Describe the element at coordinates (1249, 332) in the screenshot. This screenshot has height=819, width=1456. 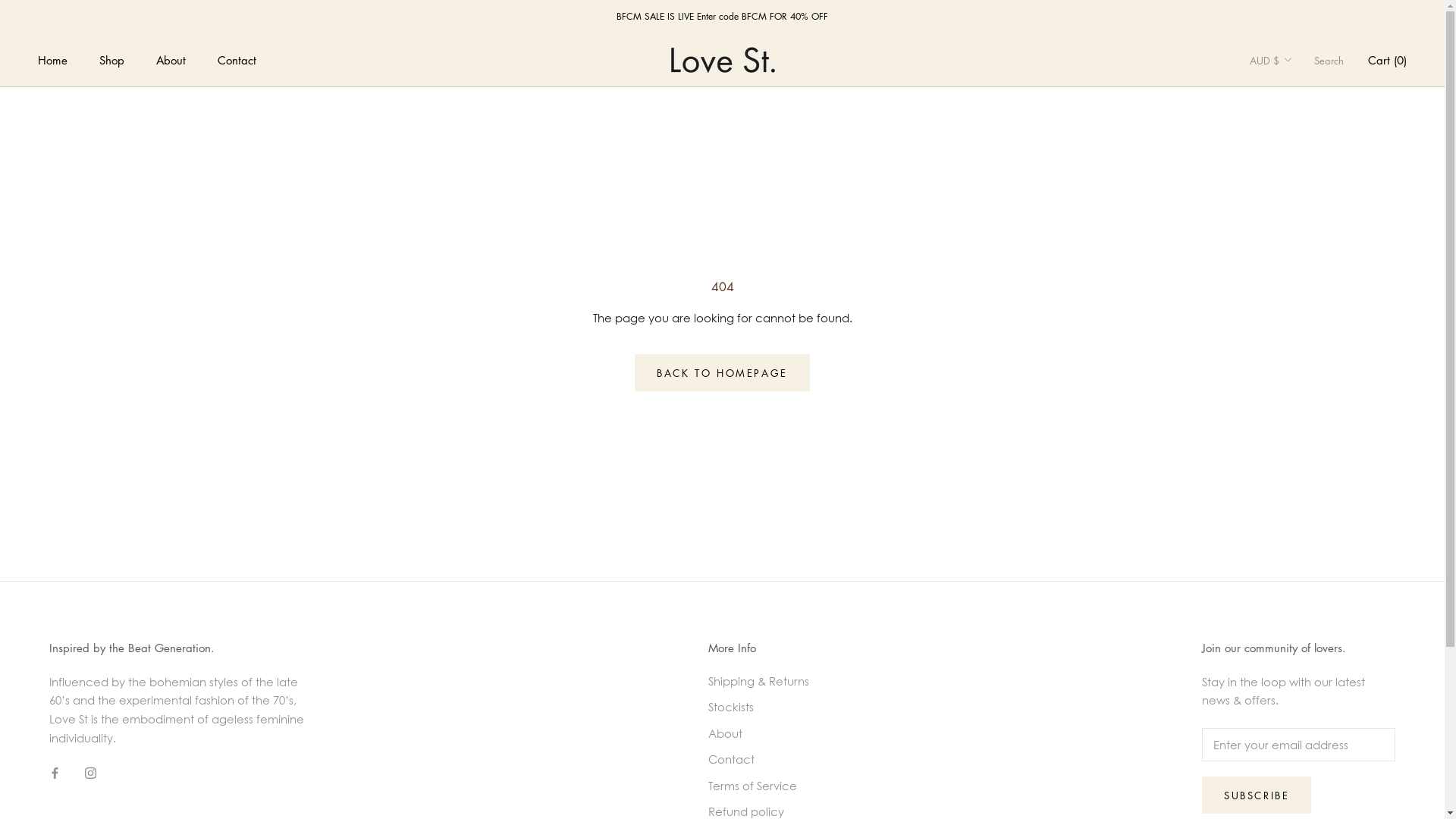
I see `'BDT'` at that location.